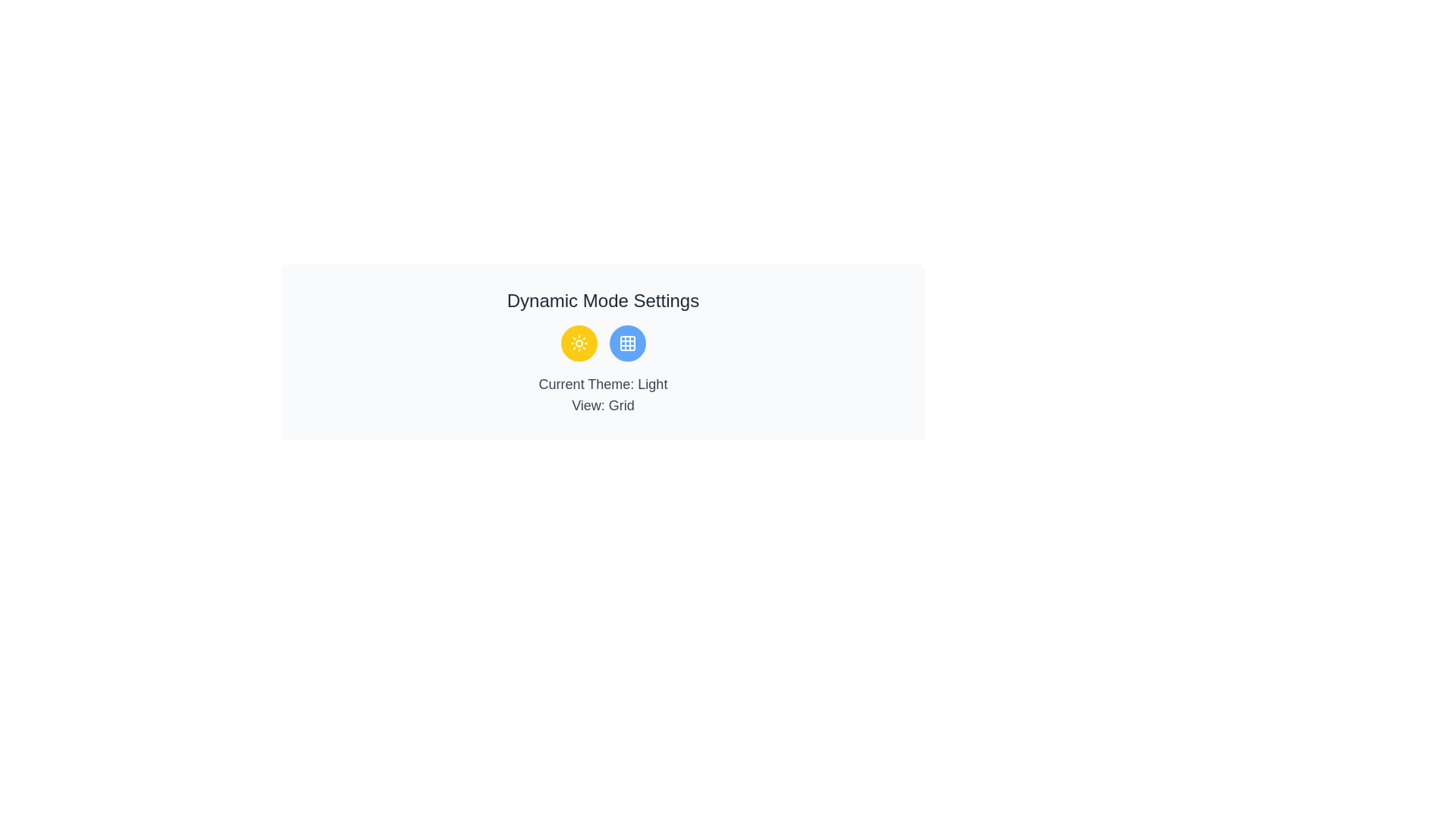  I want to click on the blue circular button with a white grid icon at its center, so click(627, 343).